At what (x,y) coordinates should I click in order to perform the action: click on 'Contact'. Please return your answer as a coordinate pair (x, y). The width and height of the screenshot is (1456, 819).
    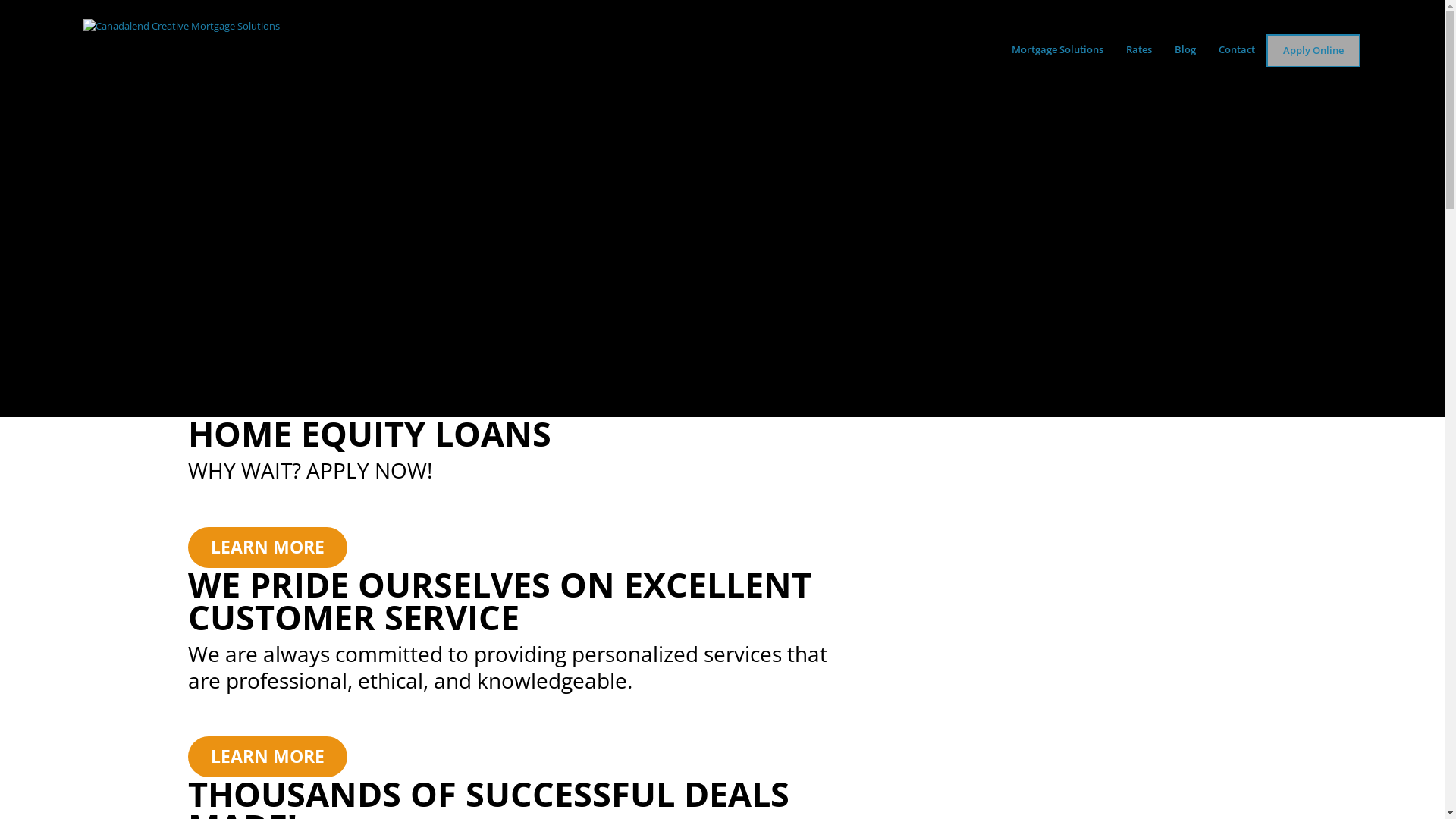
    Looking at the image, I should click on (1207, 49).